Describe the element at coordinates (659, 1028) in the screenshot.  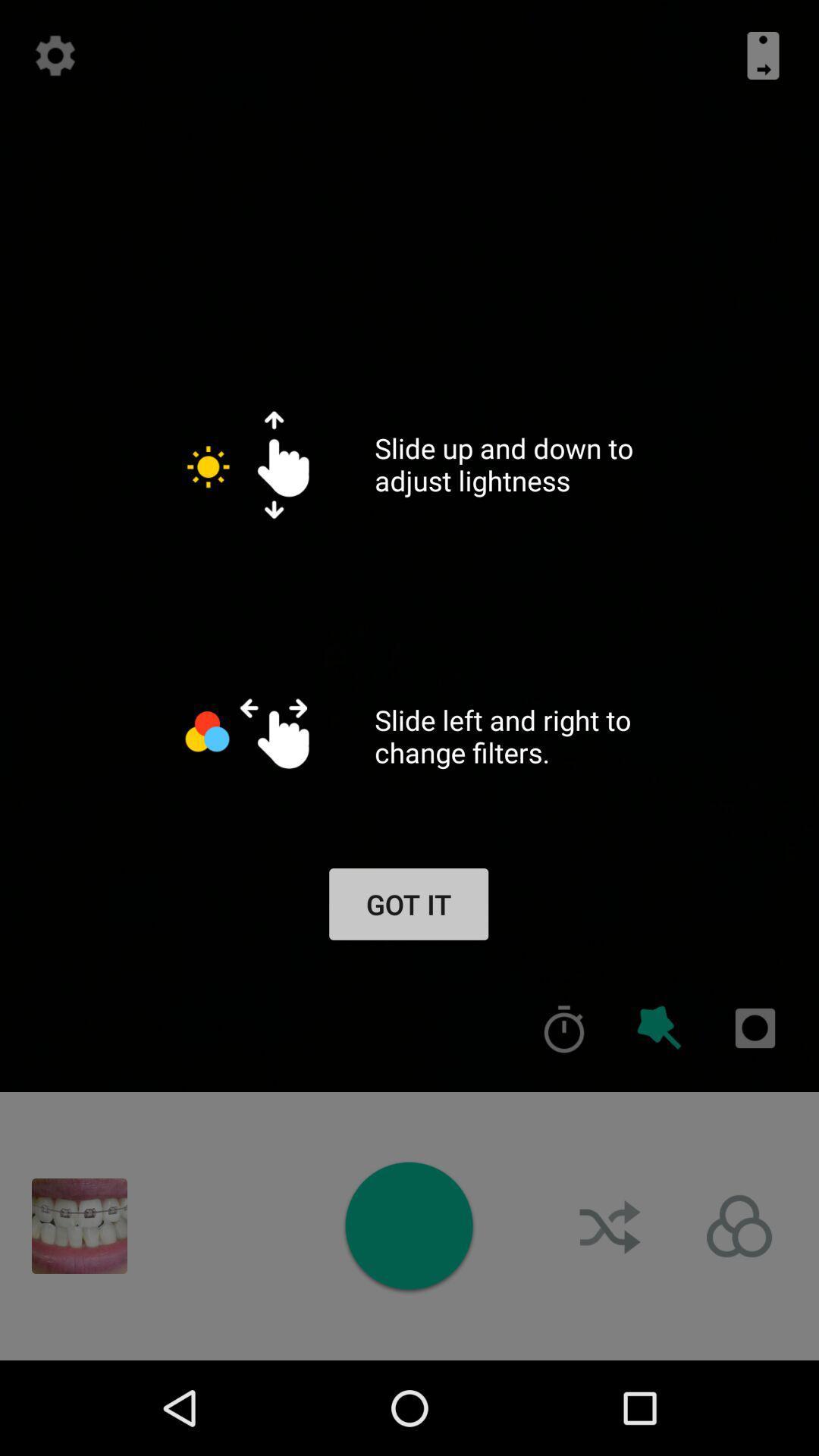
I see `effects` at that location.